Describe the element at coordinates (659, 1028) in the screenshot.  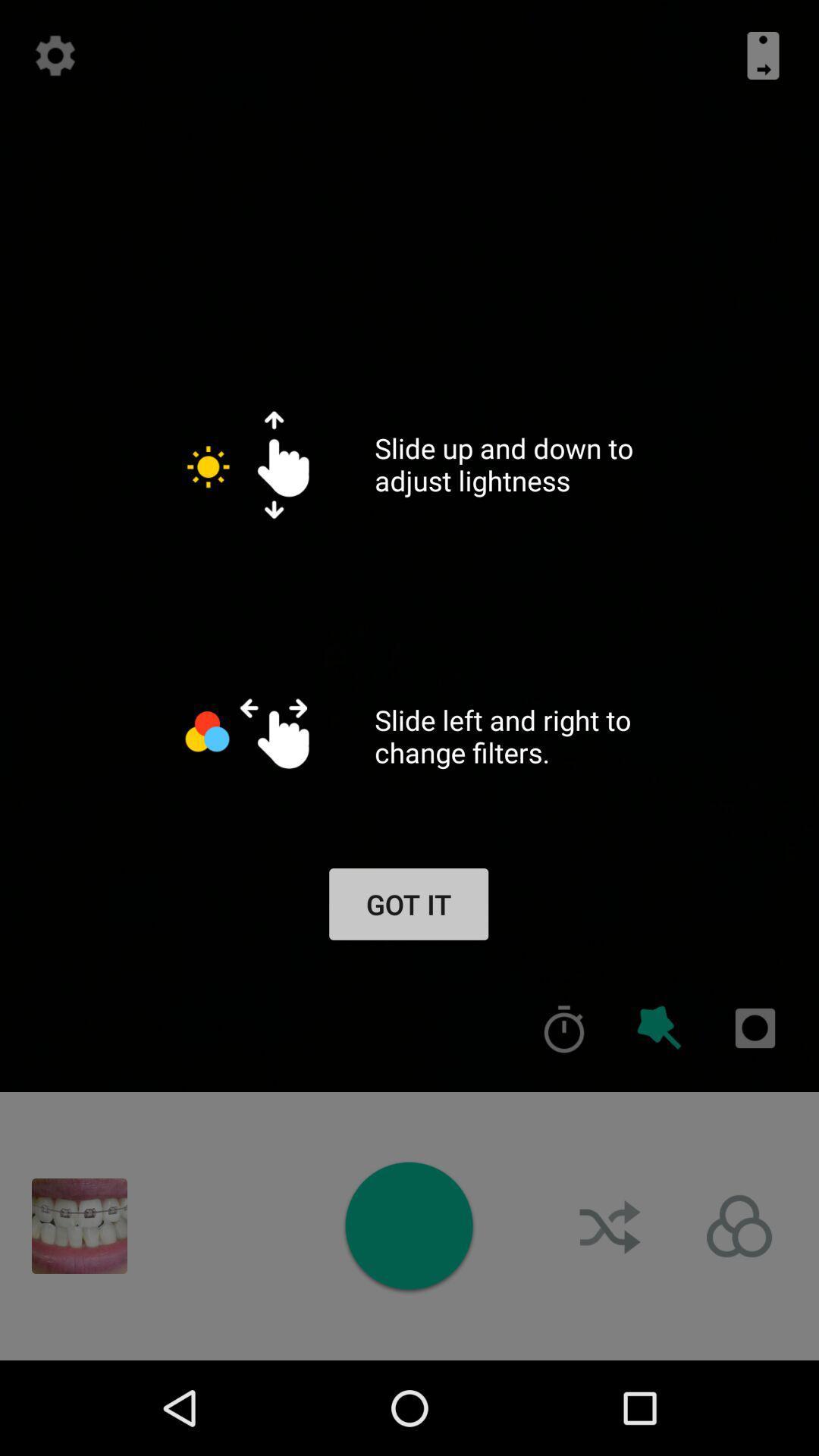
I see `effects` at that location.